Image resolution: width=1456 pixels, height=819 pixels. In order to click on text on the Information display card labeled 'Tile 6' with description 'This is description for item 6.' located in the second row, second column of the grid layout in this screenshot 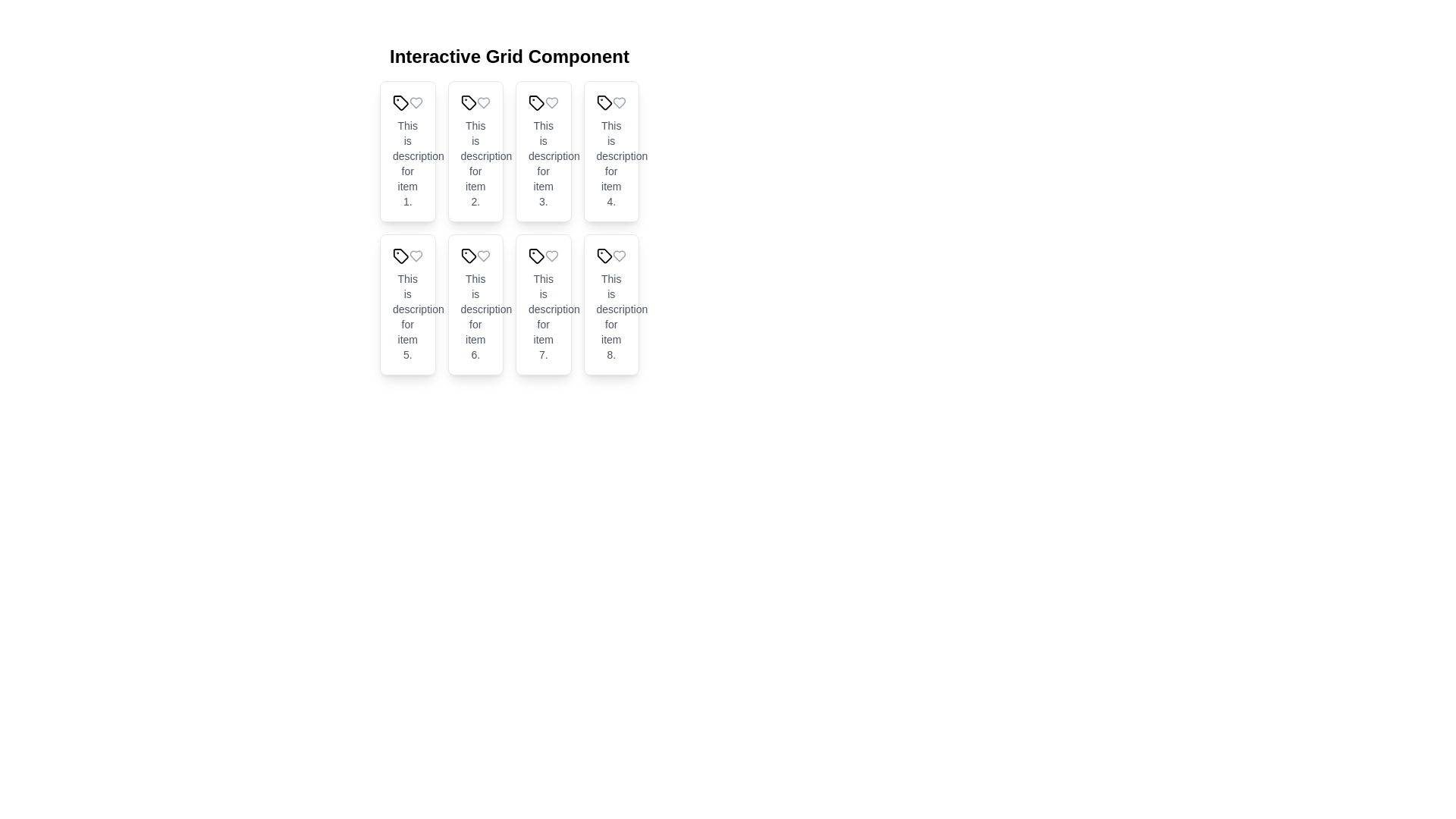, I will do `click(475, 304)`.